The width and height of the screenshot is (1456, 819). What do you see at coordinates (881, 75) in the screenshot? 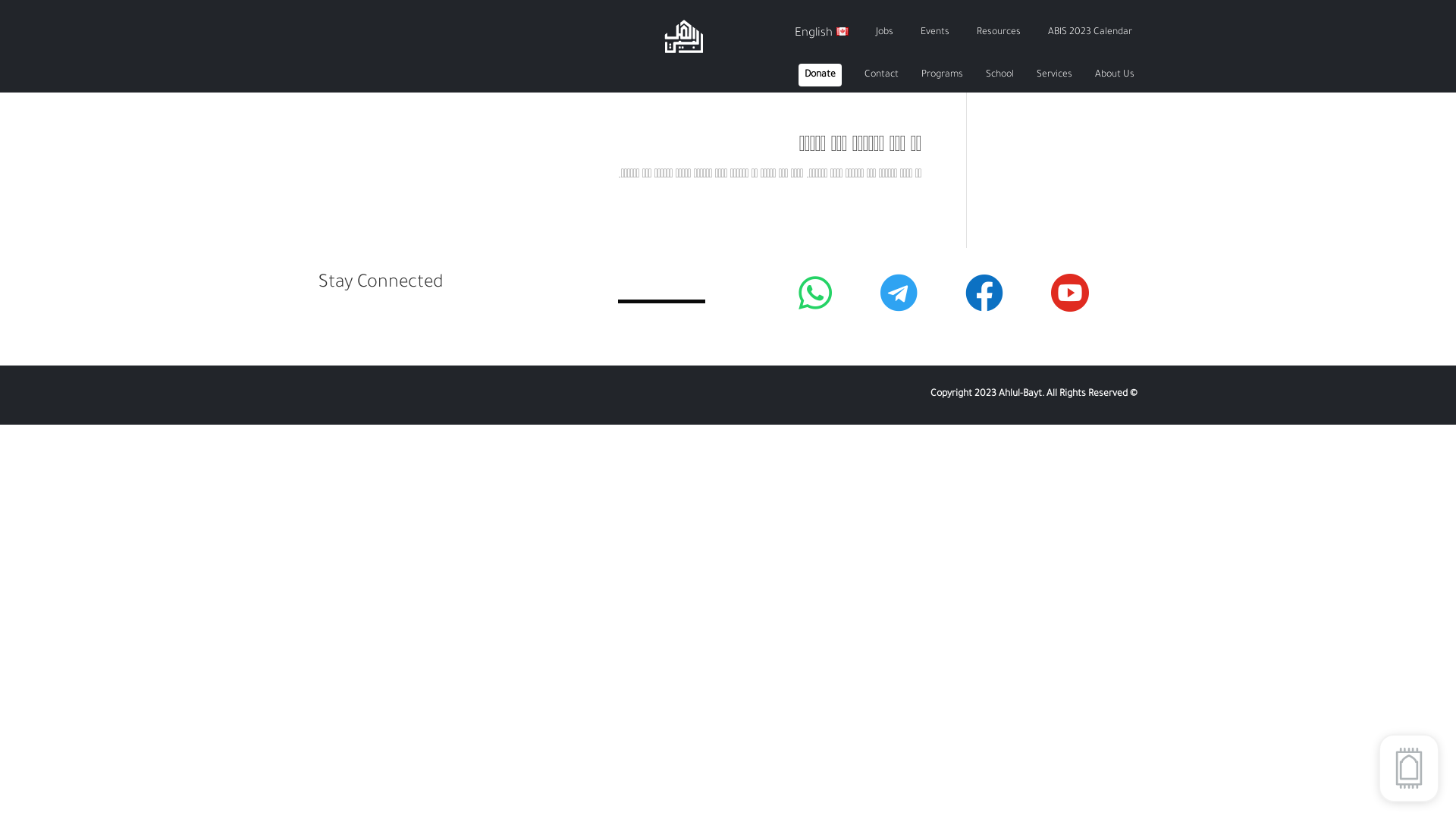
I see `'Contact'` at bounding box center [881, 75].